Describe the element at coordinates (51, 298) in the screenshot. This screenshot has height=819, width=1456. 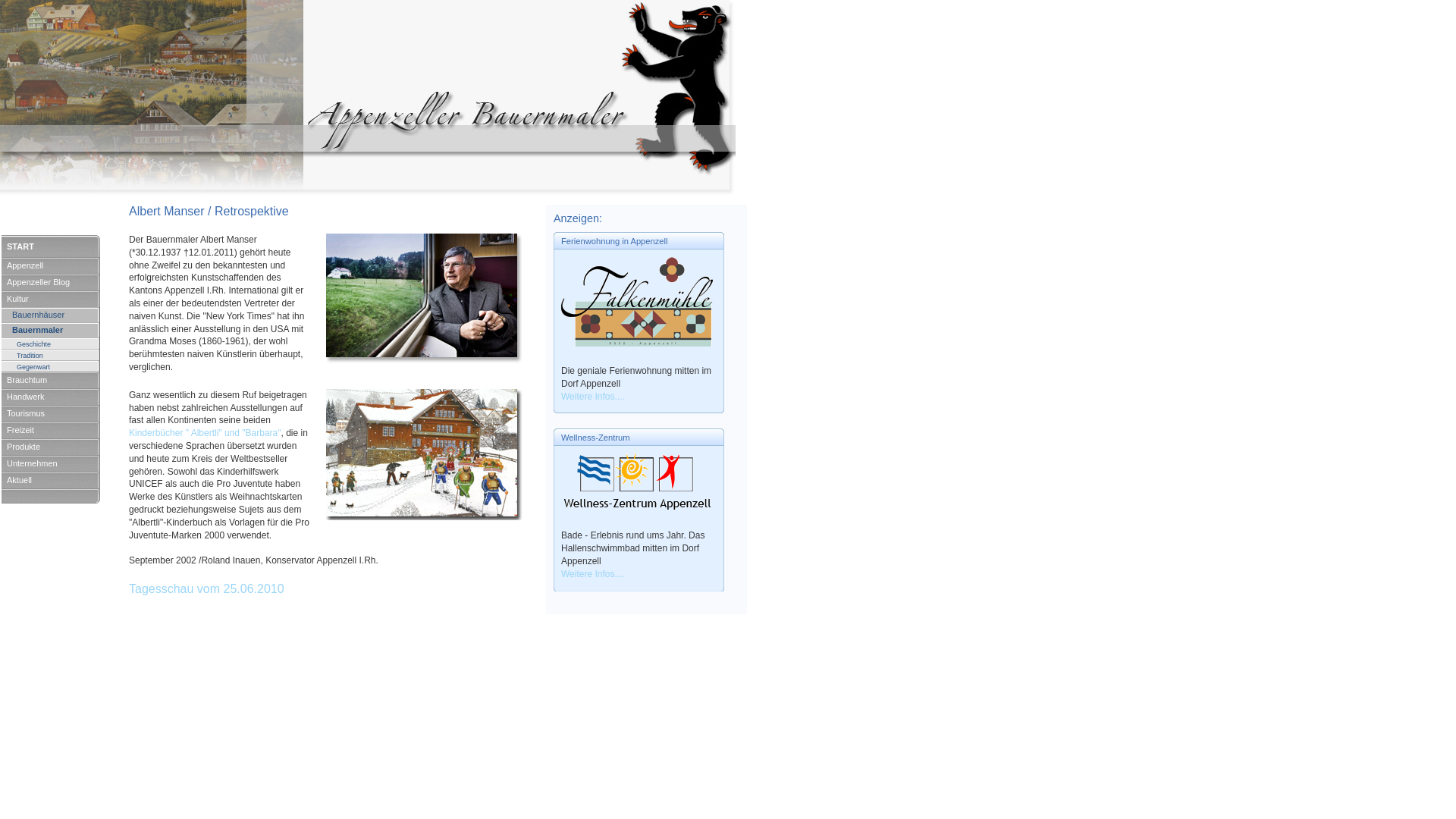
I see `'Kultur'` at that location.